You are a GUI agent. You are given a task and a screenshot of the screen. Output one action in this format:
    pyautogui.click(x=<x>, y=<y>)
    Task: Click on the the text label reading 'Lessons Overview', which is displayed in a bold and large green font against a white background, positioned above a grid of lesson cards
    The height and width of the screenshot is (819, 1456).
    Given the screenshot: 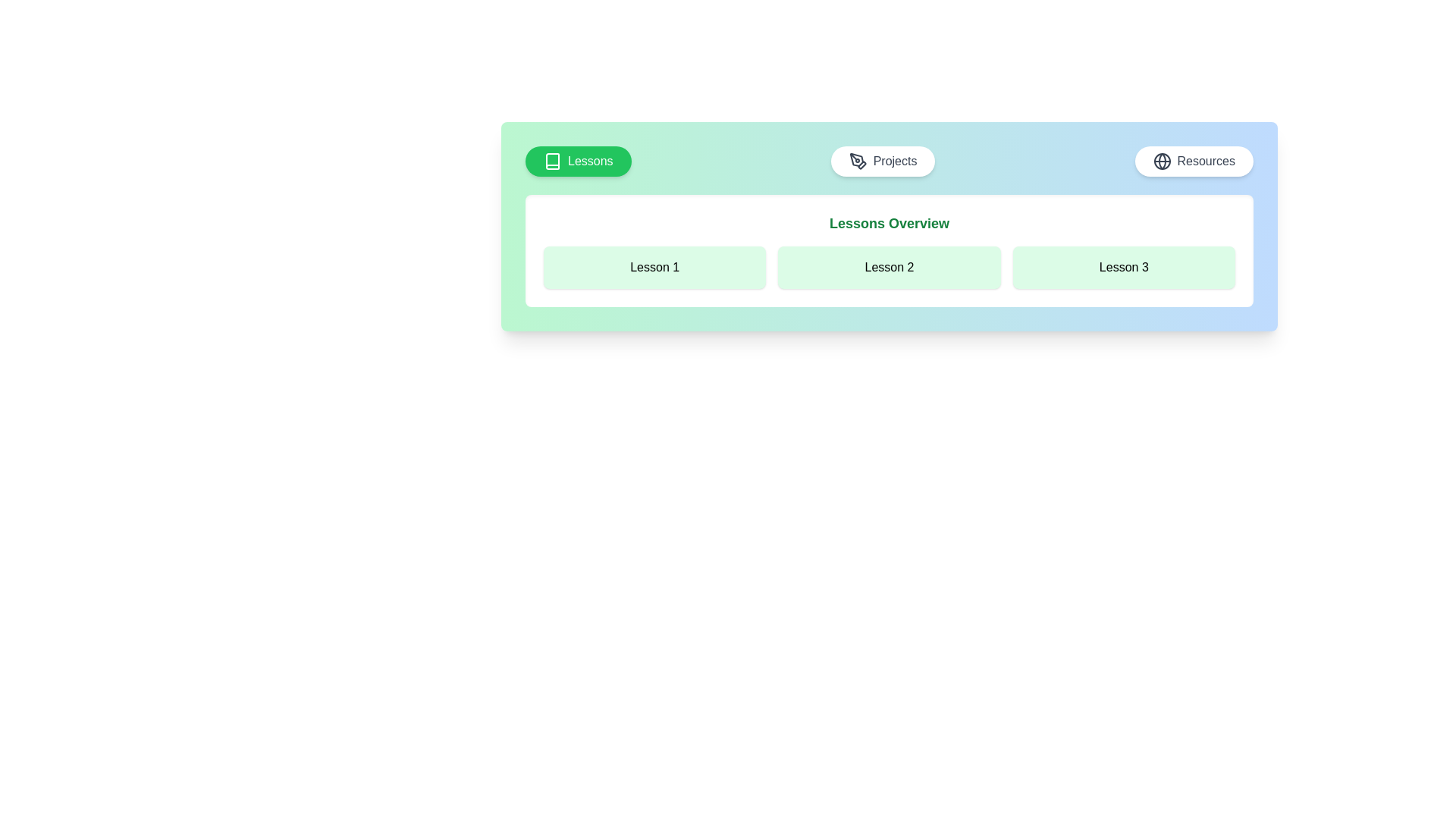 What is the action you would take?
    pyautogui.click(x=889, y=223)
    